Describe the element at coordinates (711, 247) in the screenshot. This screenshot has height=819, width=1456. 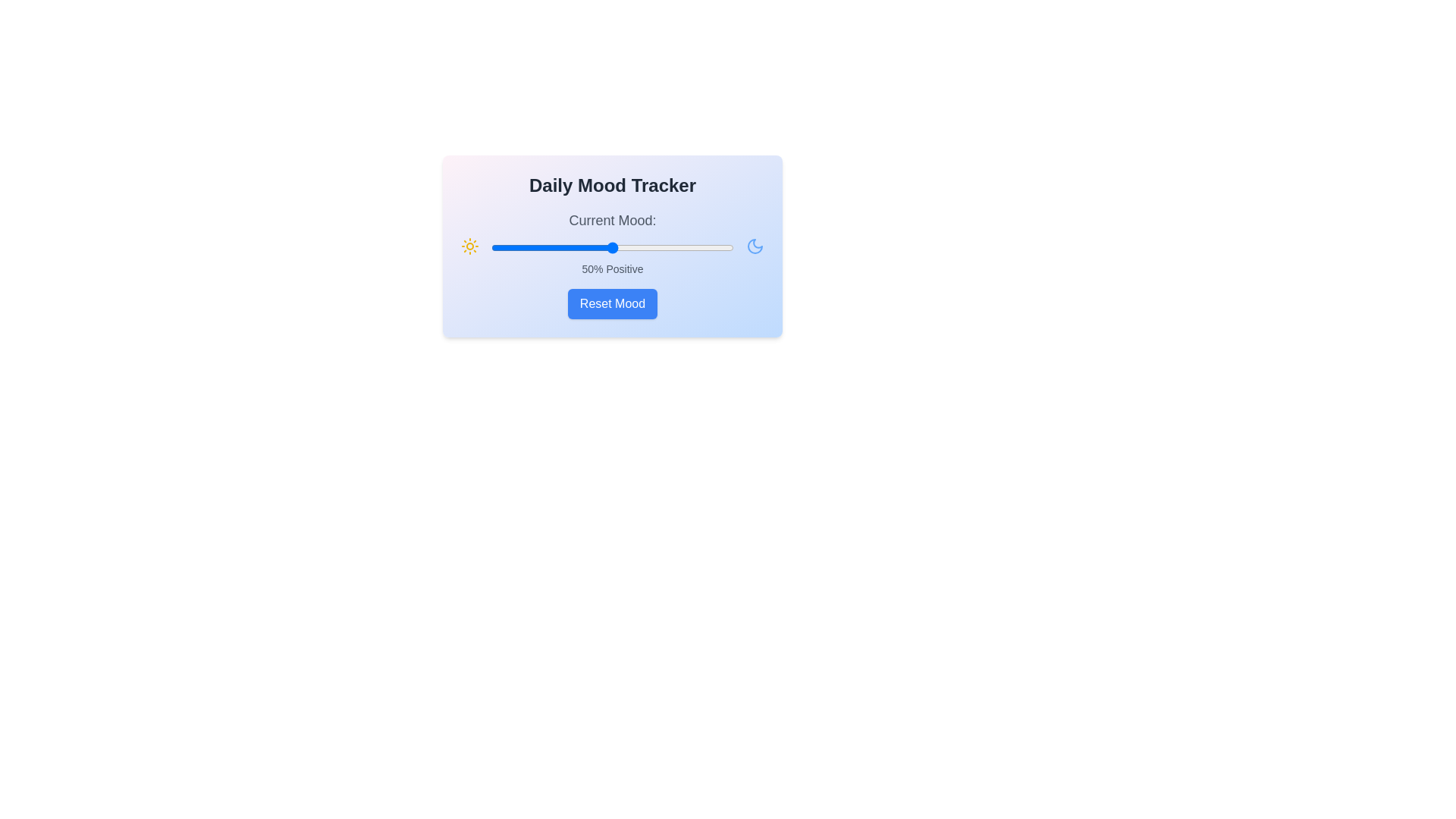
I see `mood rating` at that location.